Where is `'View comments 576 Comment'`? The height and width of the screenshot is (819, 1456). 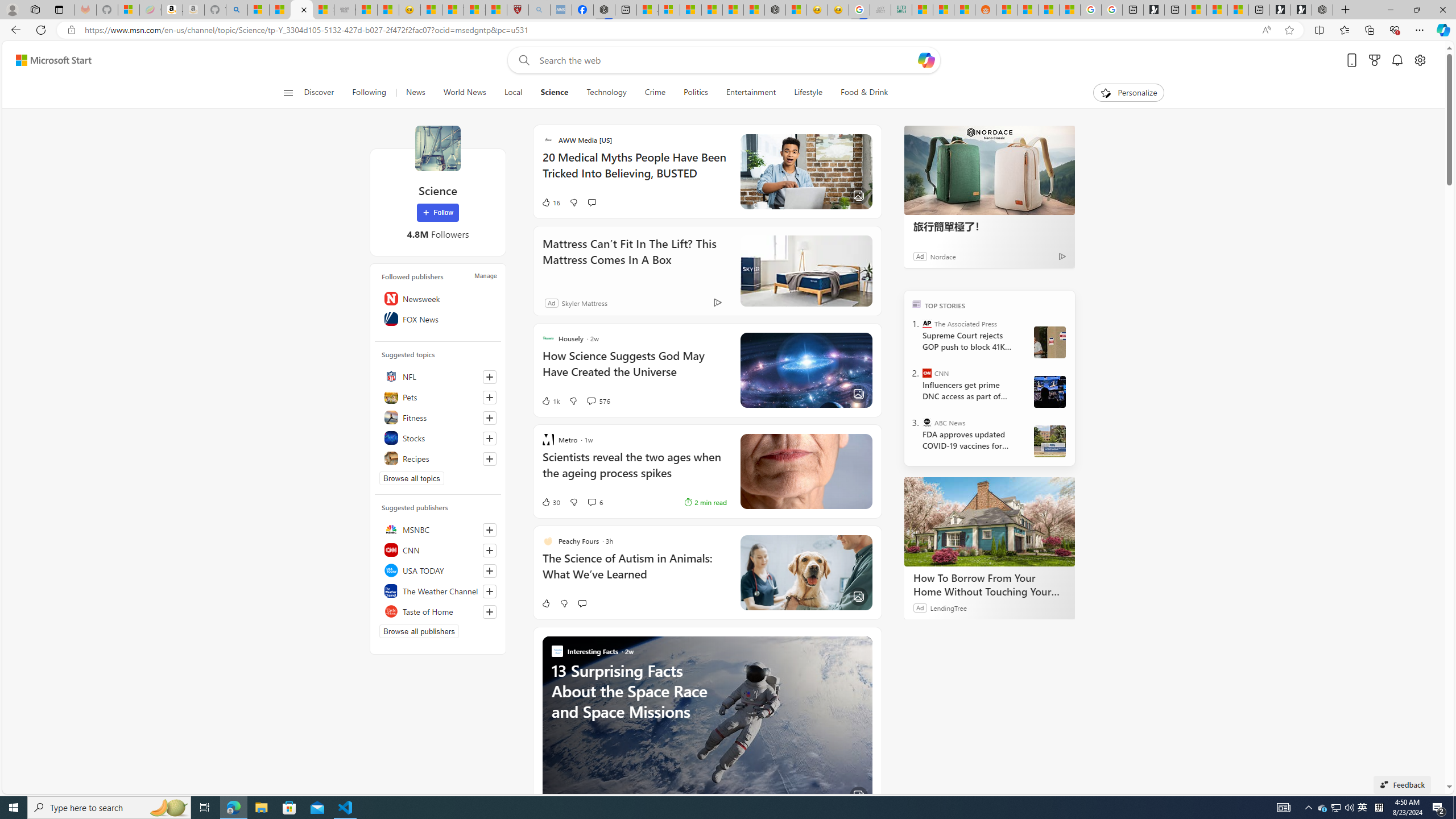 'View comments 576 Comment' is located at coordinates (591, 400).